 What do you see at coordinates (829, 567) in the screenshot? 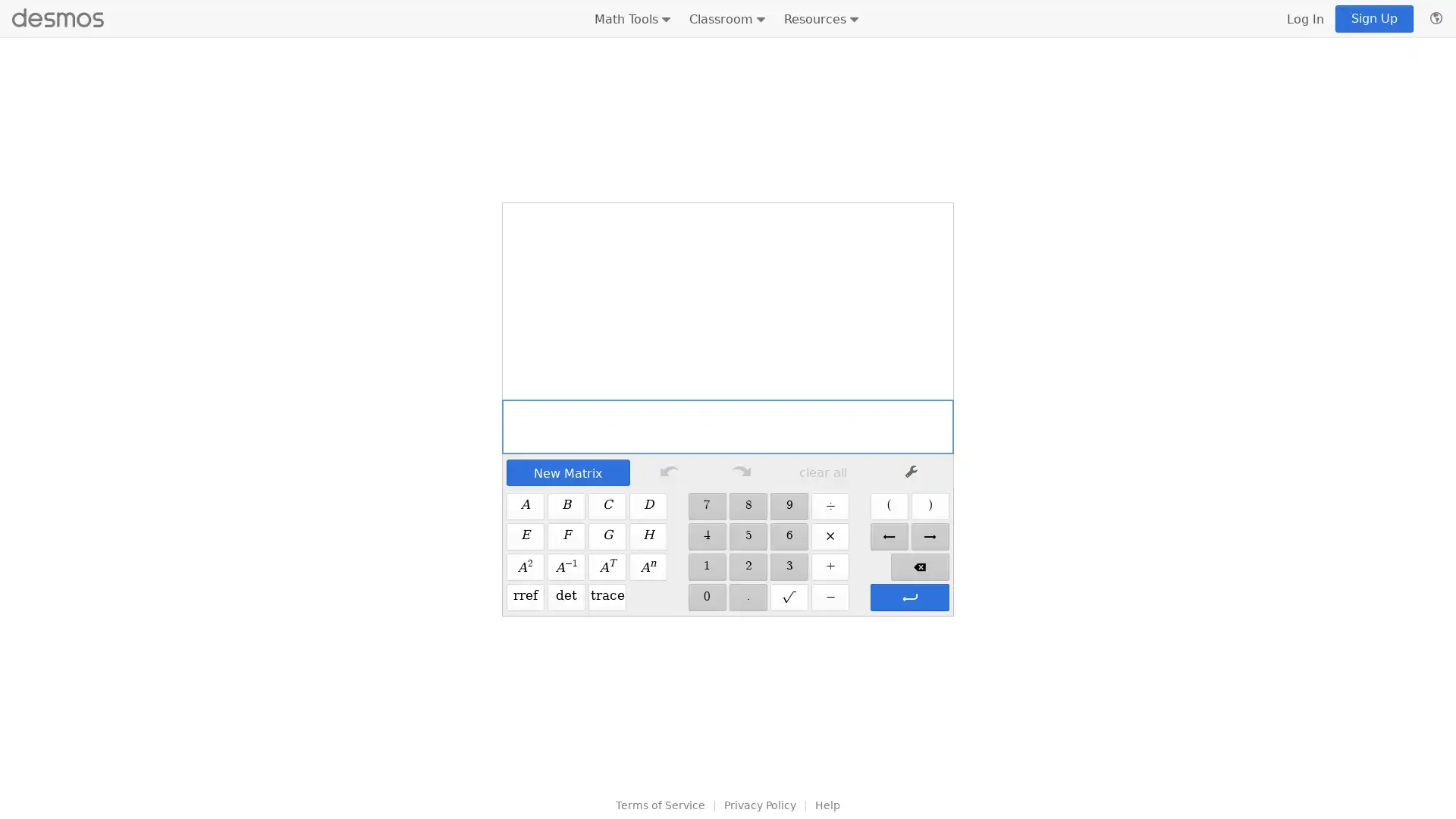
I see `Plus` at bounding box center [829, 567].